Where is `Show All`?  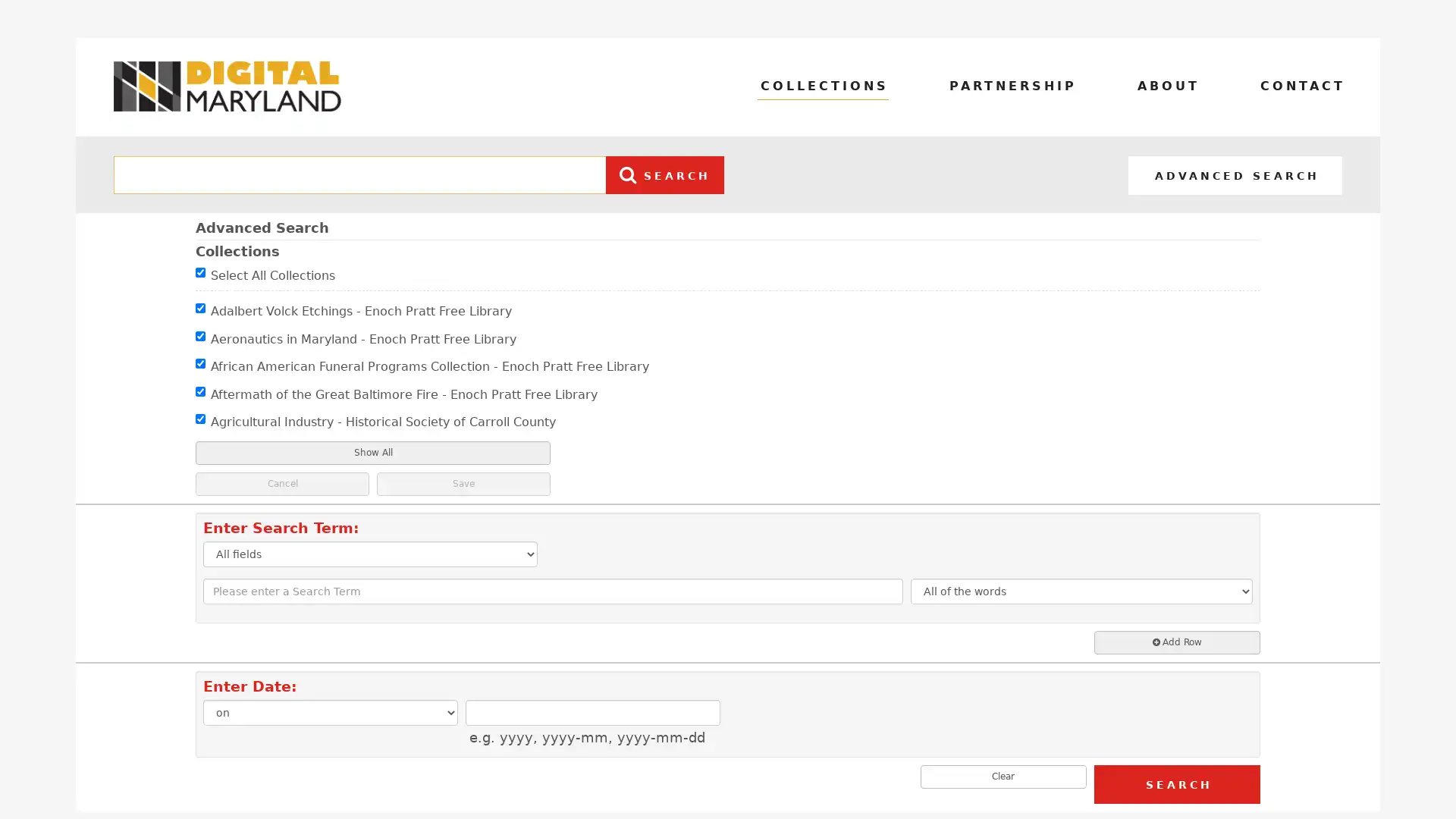
Show All is located at coordinates (372, 451).